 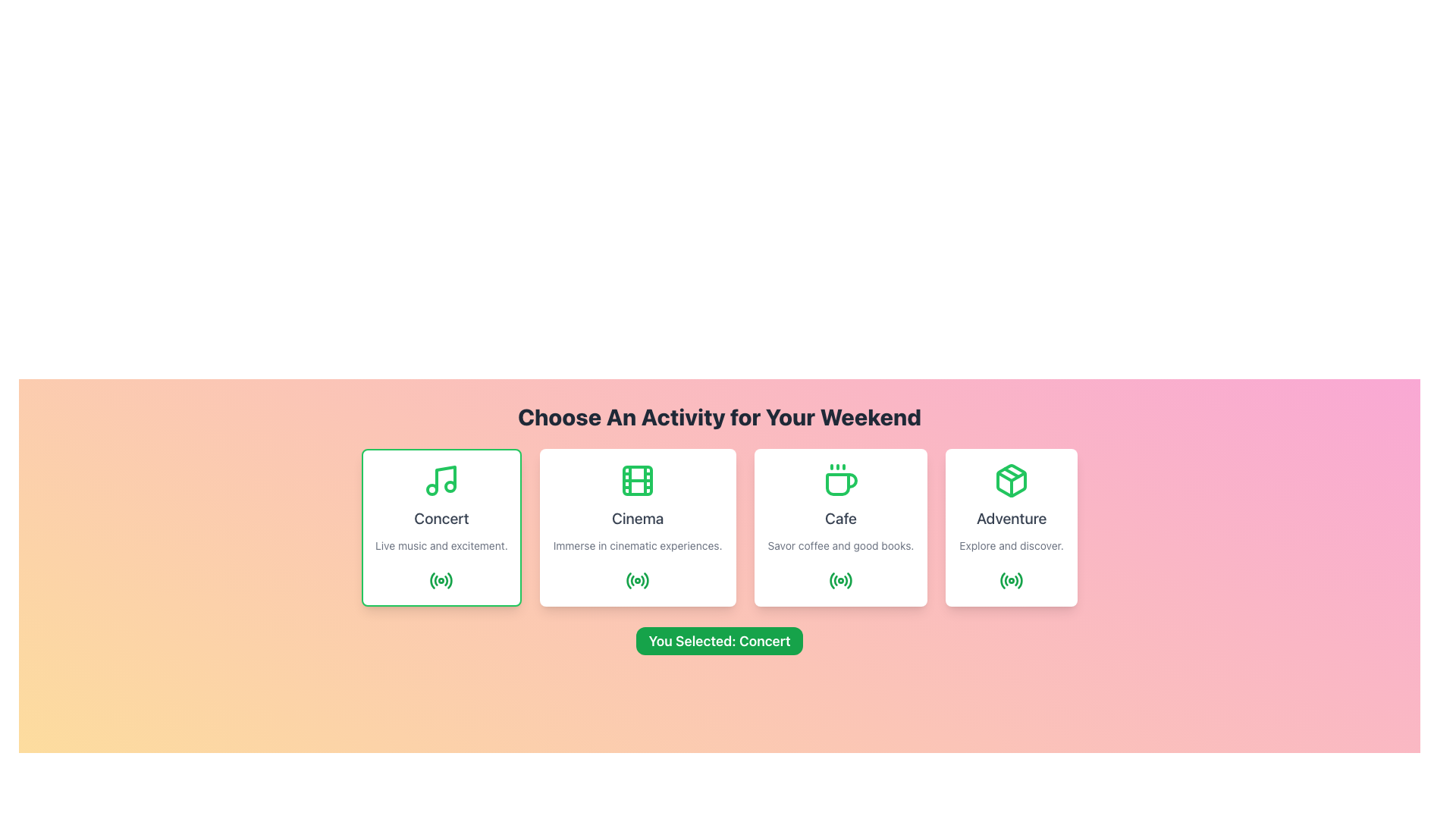 I want to click on the 'Cinema' activity icon located at the bottom-center of the second card in a horizontal row of four cards, which indicates selection or status related to 'Cinema', so click(x=638, y=580).